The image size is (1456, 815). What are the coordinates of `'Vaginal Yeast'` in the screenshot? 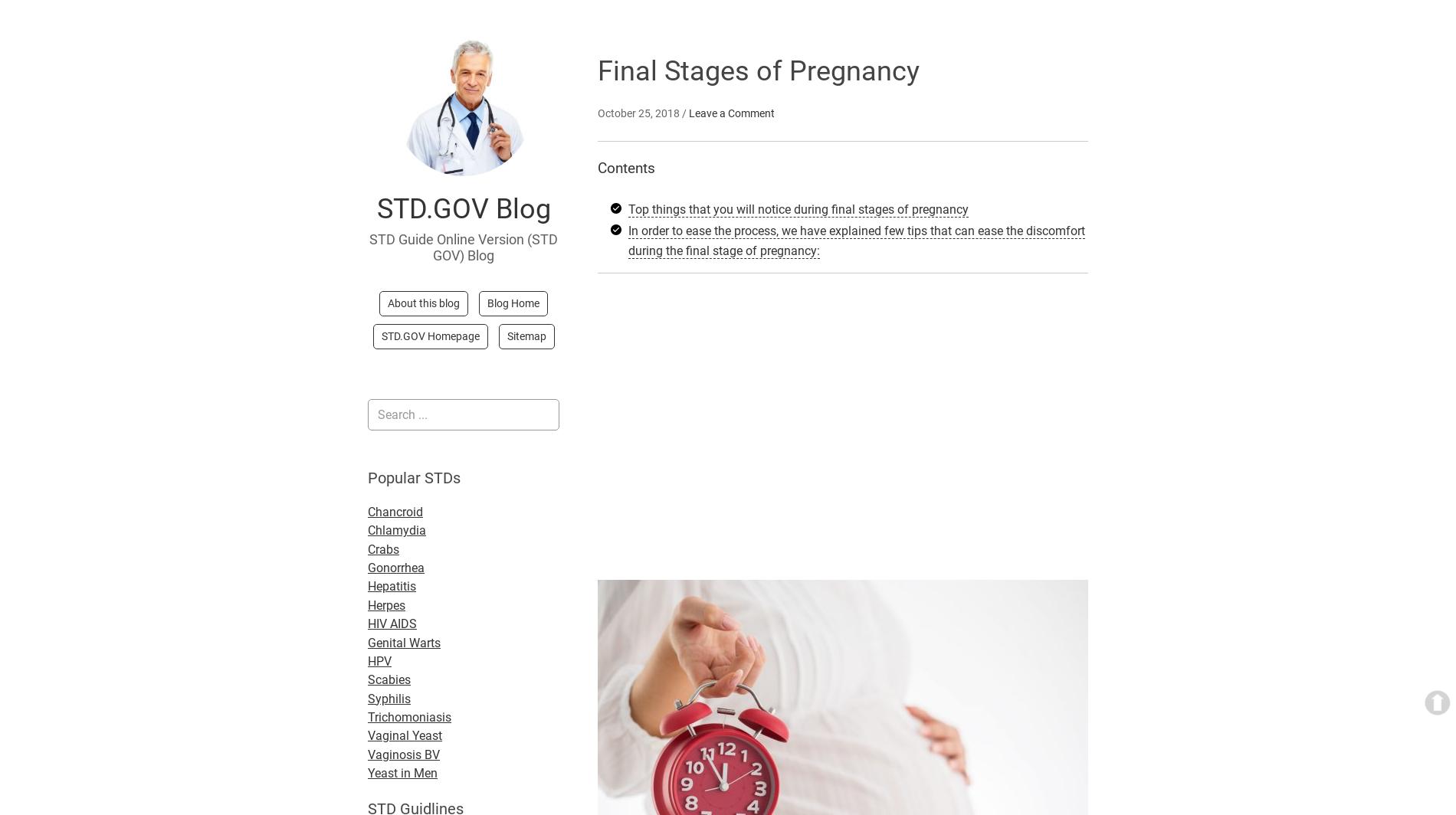 It's located at (405, 735).